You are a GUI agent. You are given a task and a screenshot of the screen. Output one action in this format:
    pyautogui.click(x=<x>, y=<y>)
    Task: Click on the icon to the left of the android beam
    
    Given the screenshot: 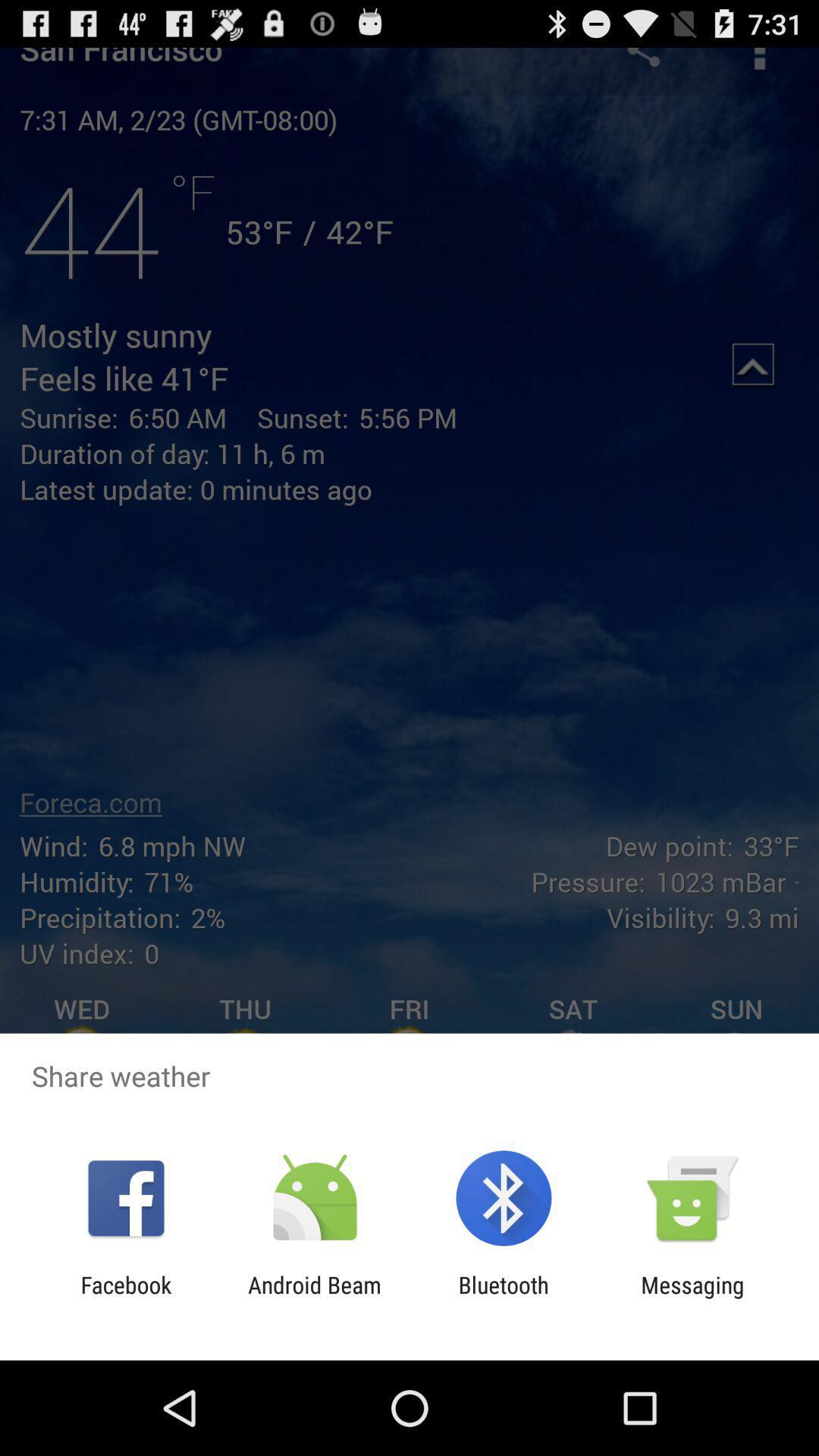 What is the action you would take?
    pyautogui.click(x=125, y=1298)
    